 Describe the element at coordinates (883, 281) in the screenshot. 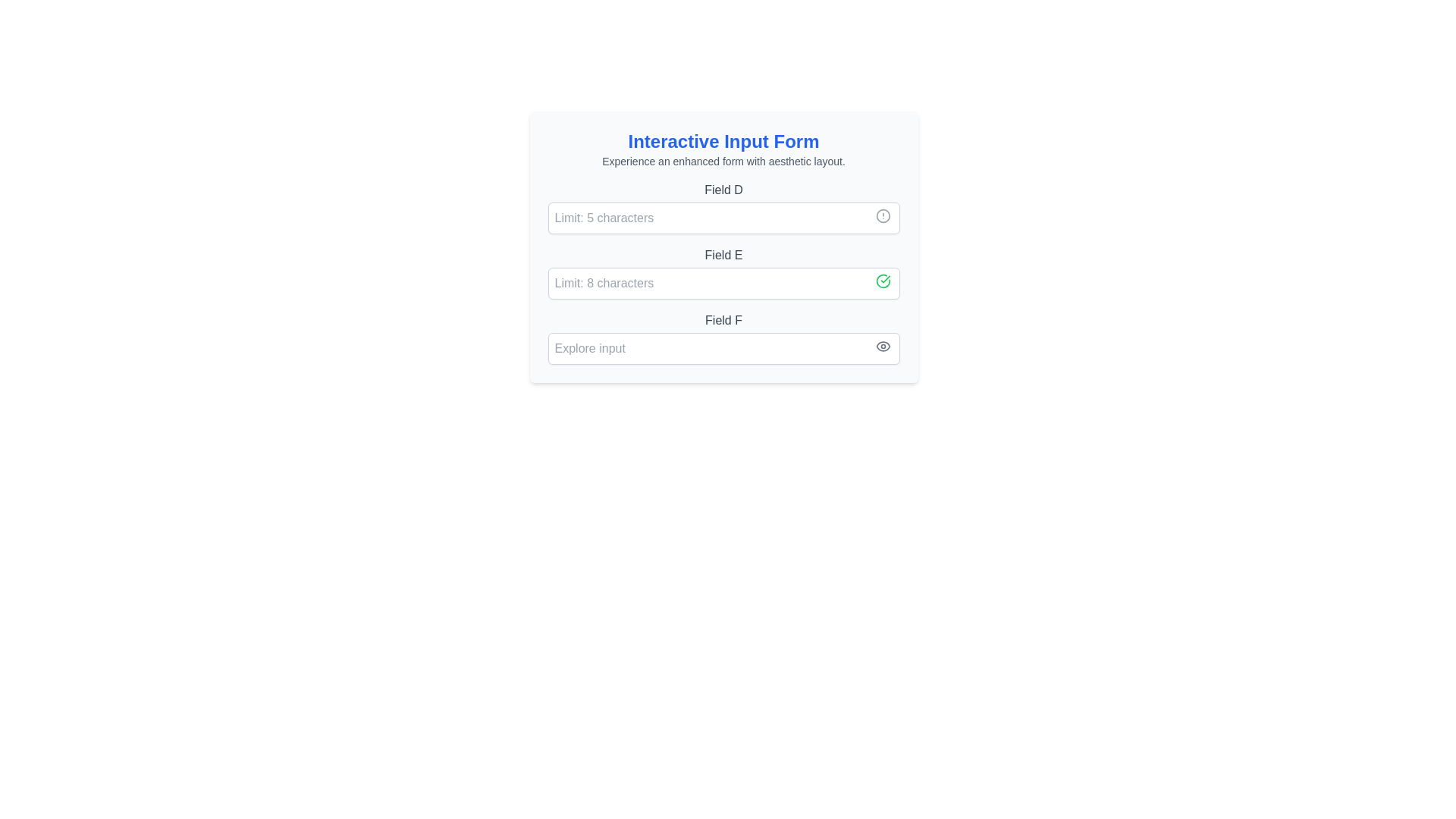

I see `the validity indicator icon located to the right of the 'Field E' input field, which visually communicates the correctness of the associated input` at that location.